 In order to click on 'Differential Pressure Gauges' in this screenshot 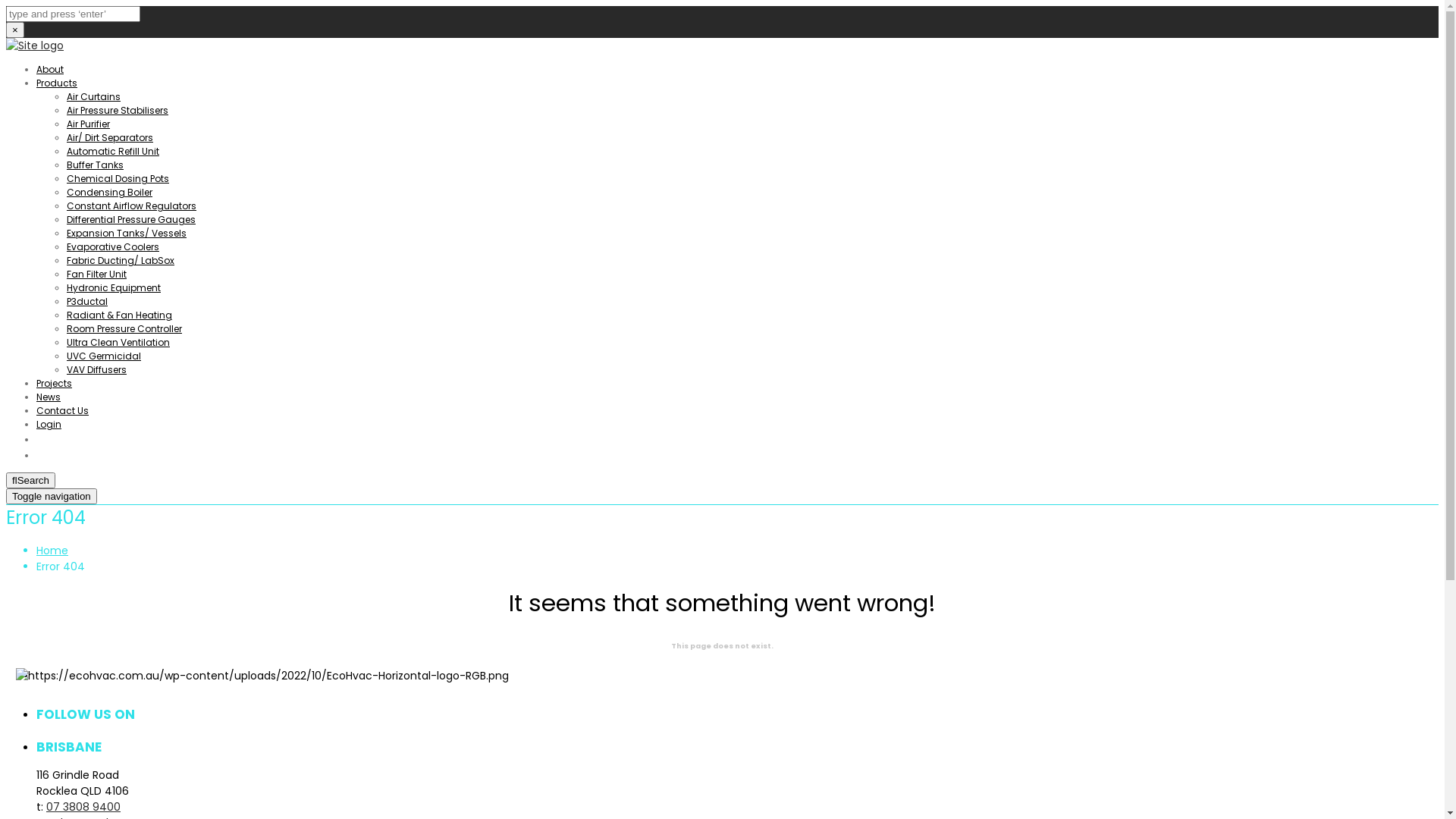, I will do `click(130, 219)`.